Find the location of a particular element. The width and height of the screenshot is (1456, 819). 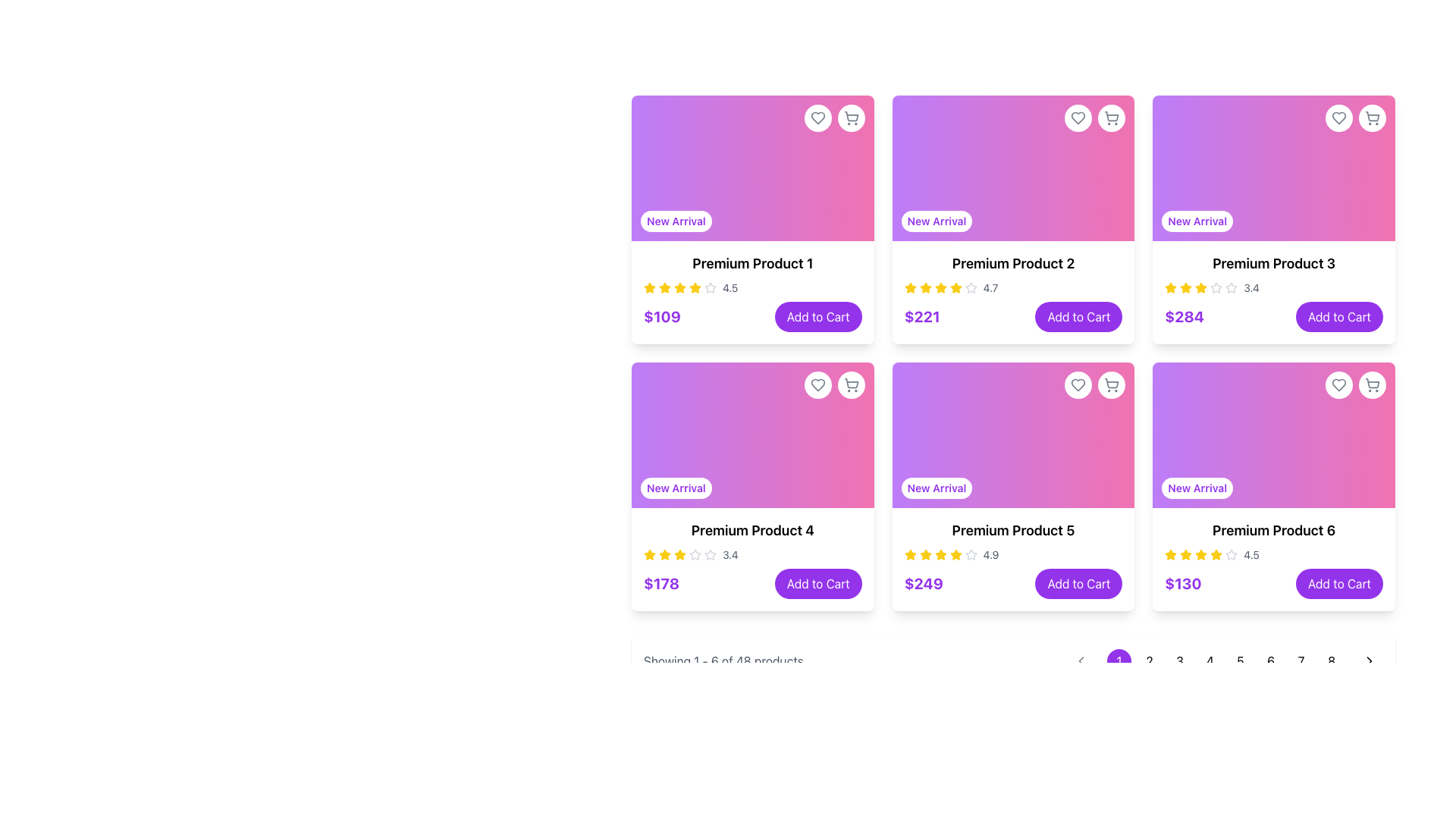

the circular button with a white background and the number '3' in black text, located near the bottom center of the interface is located at coordinates (1178, 660).